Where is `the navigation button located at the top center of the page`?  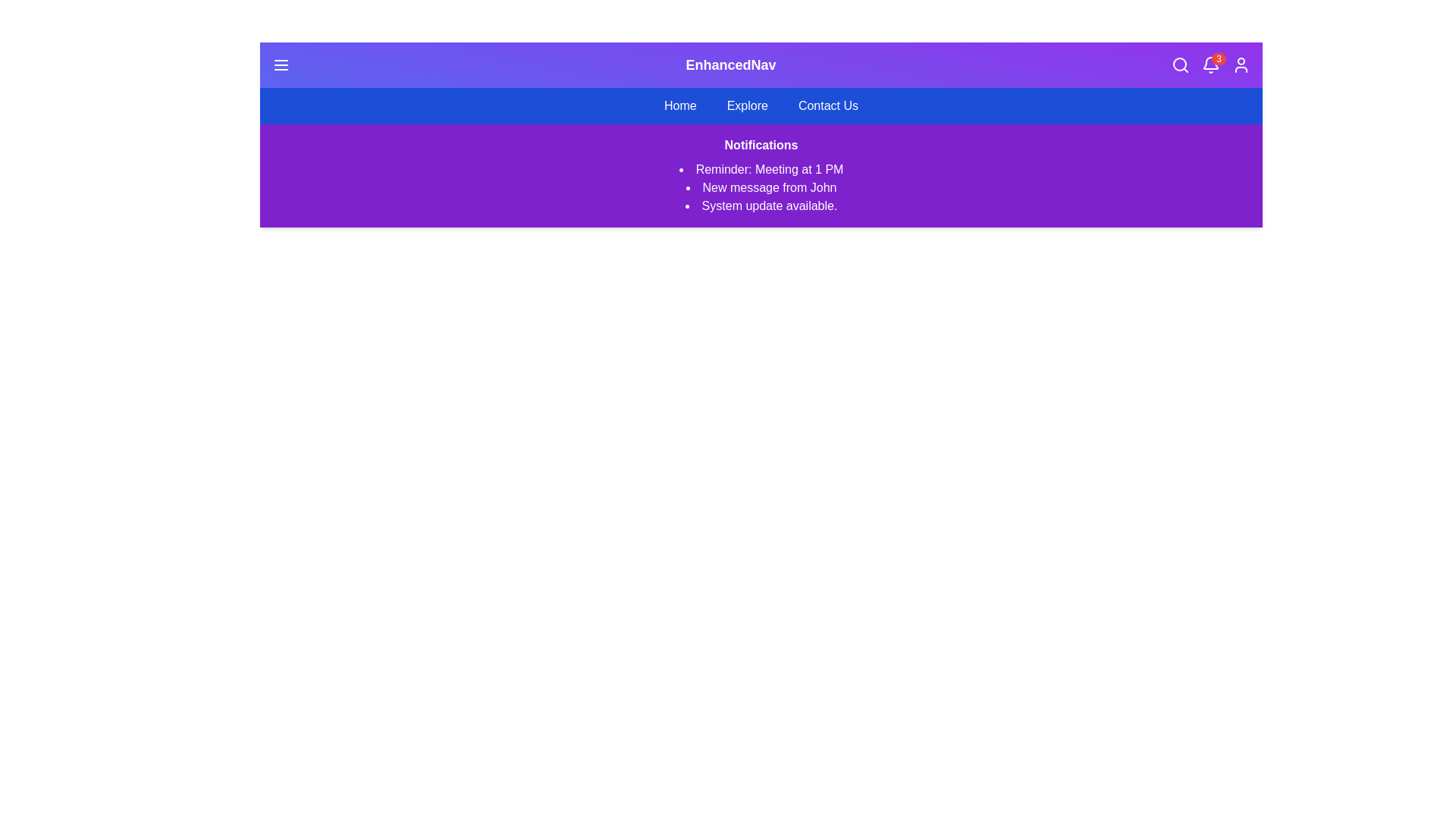 the navigation button located at the top center of the page is located at coordinates (679, 105).